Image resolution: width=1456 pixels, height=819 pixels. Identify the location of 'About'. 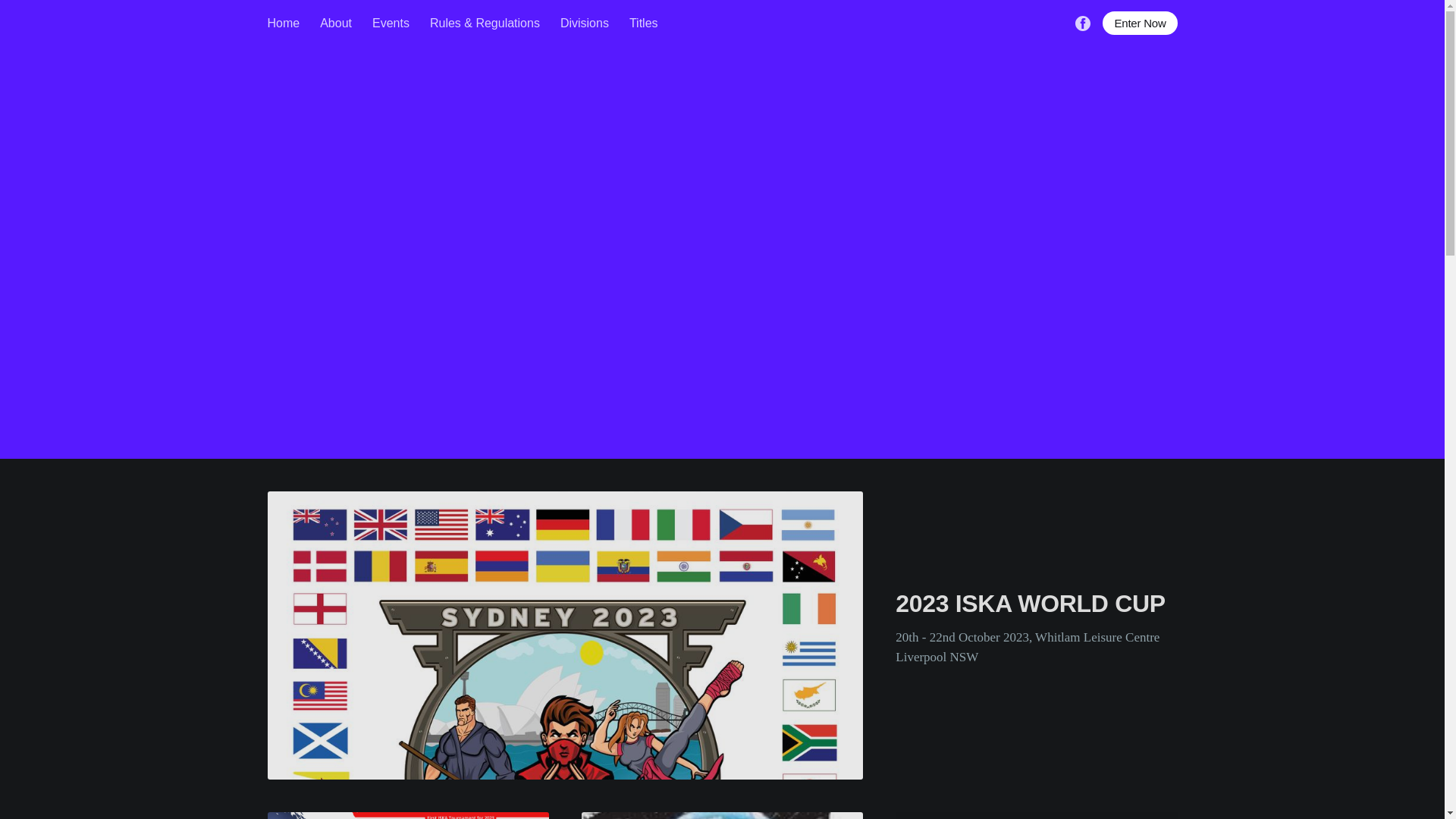
(319, 23).